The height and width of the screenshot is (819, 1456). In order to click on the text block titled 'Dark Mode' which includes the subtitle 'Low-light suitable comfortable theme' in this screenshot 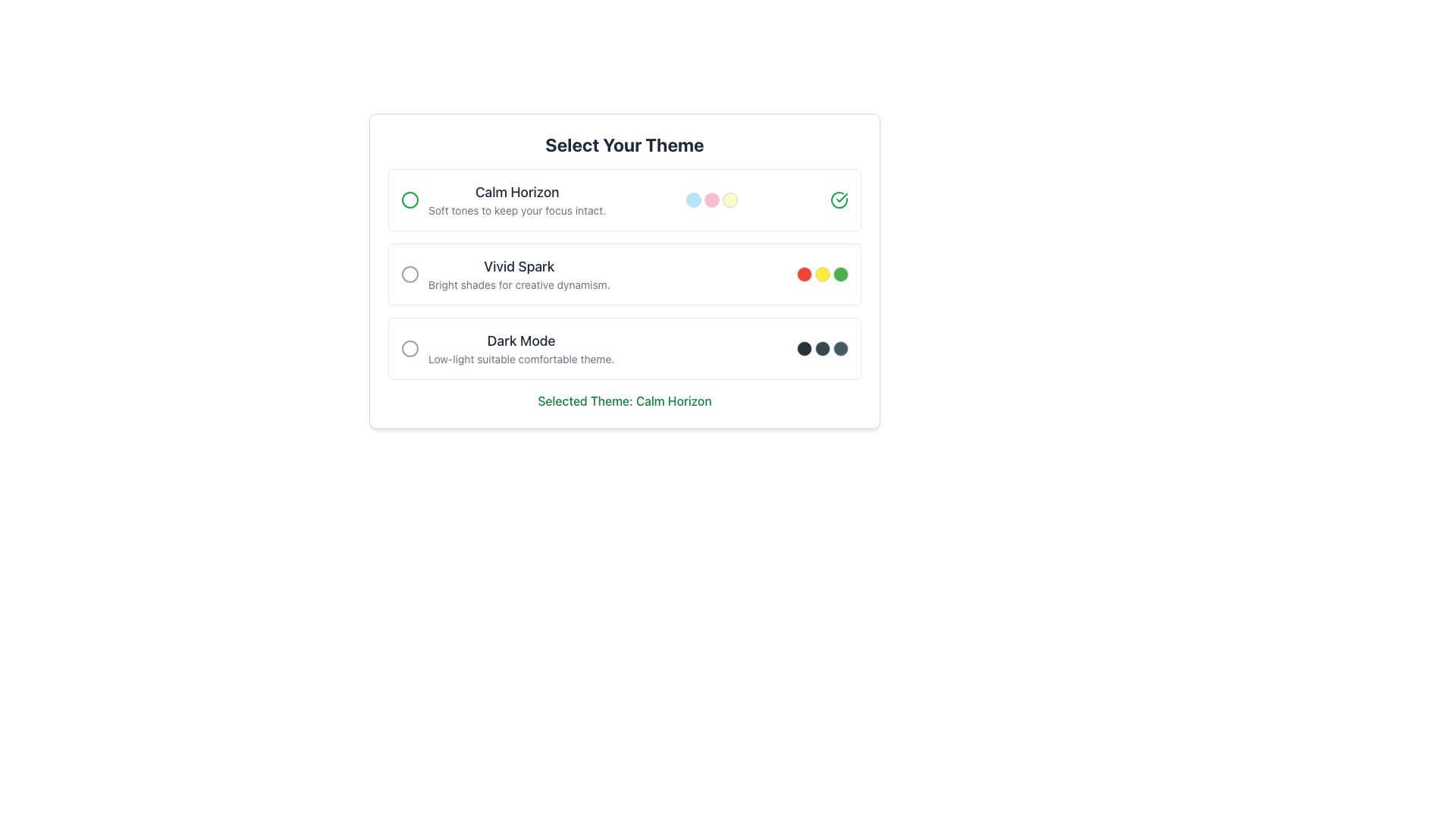, I will do `click(521, 348)`.